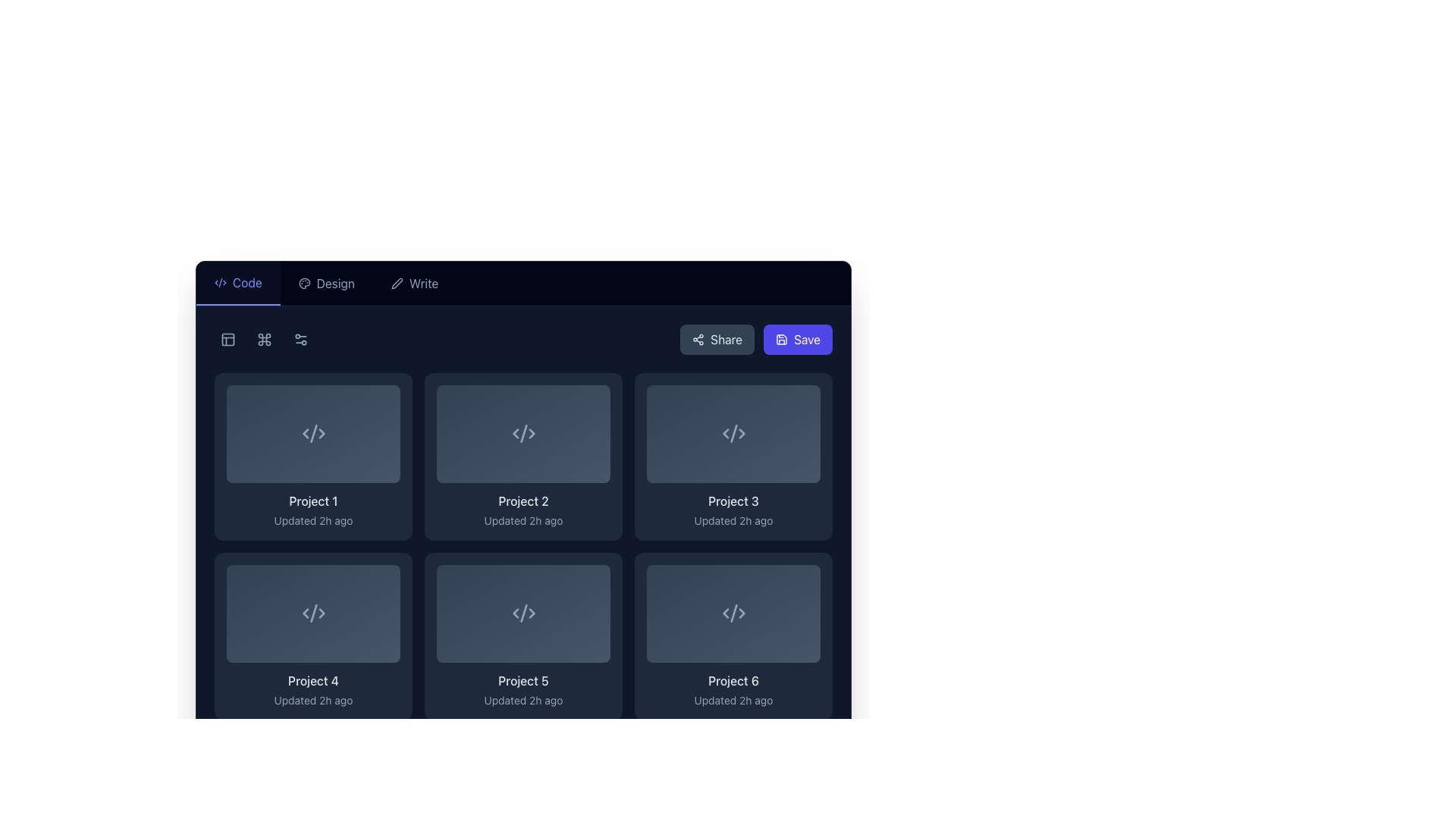 Image resolution: width=1456 pixels, height=819 pixels. I want to click on the project card labeled 'Project 5' located in the second row, middle column of the grid layout, so click(523, 636).